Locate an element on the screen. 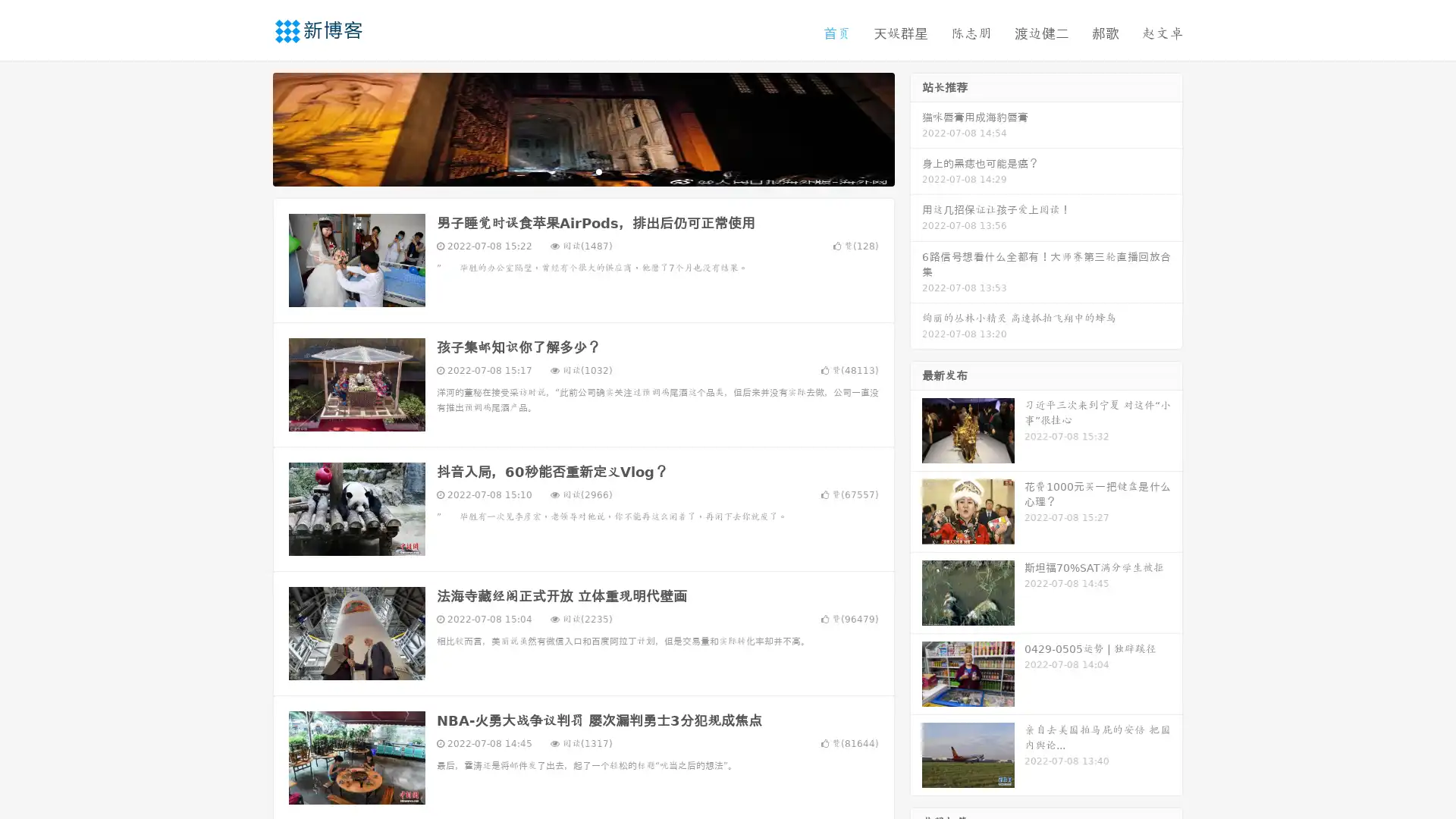 This screenshot has height=819, width=1456. Go to slide 1 is located at coordinates (567, 171).